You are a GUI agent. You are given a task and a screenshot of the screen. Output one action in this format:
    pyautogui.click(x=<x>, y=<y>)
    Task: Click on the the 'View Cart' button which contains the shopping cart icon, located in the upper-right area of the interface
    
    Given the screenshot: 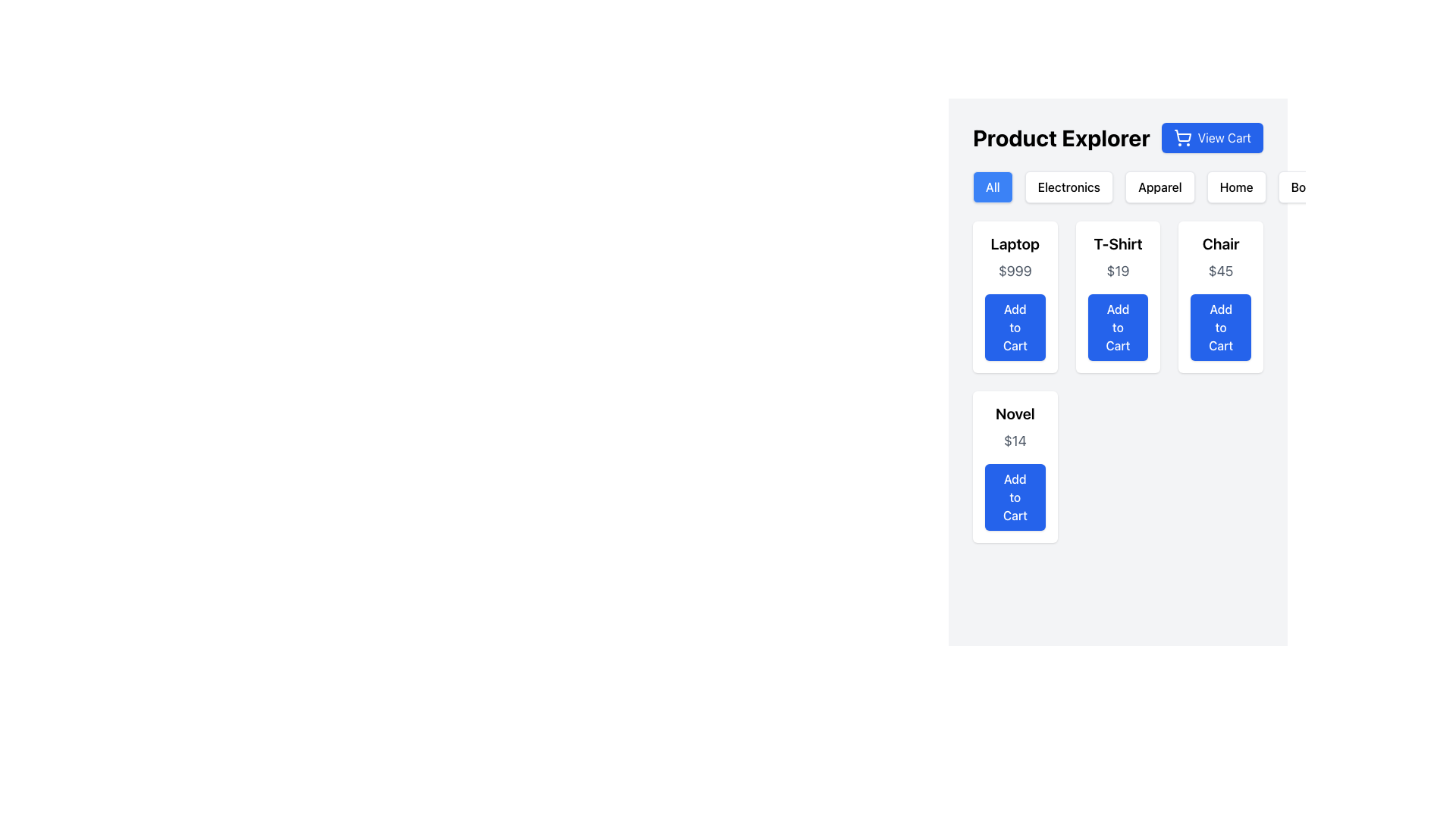 What is the action you would take?
    pyautogui.click(x=1181, y=137)
    